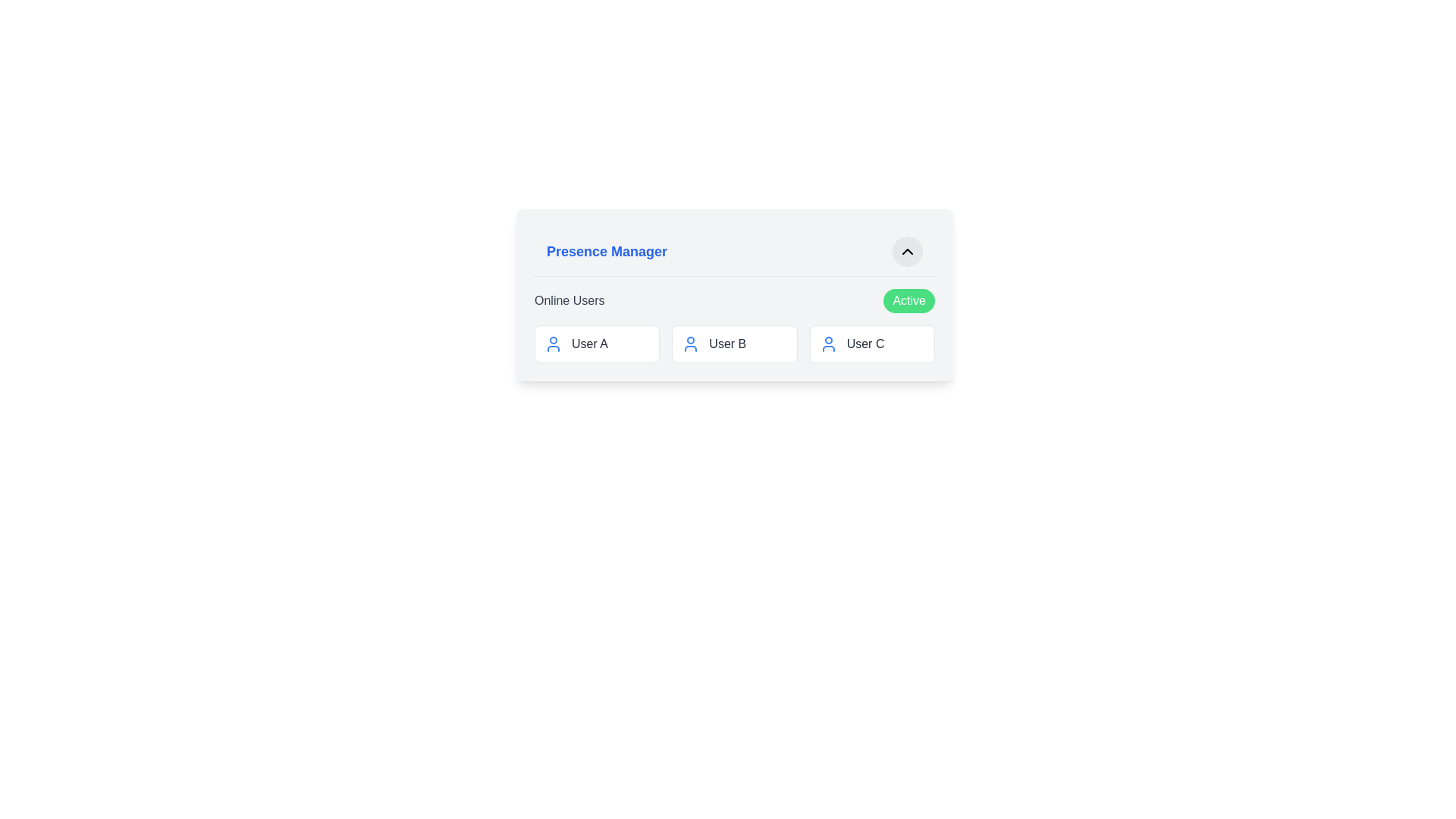 The height and width of the screenshot is (819, 1456). I want to click on the user information card labeled 'User A', which is the leftmost card in a grid of three, featuring a user icon and medium gray text, so click(596, 344).